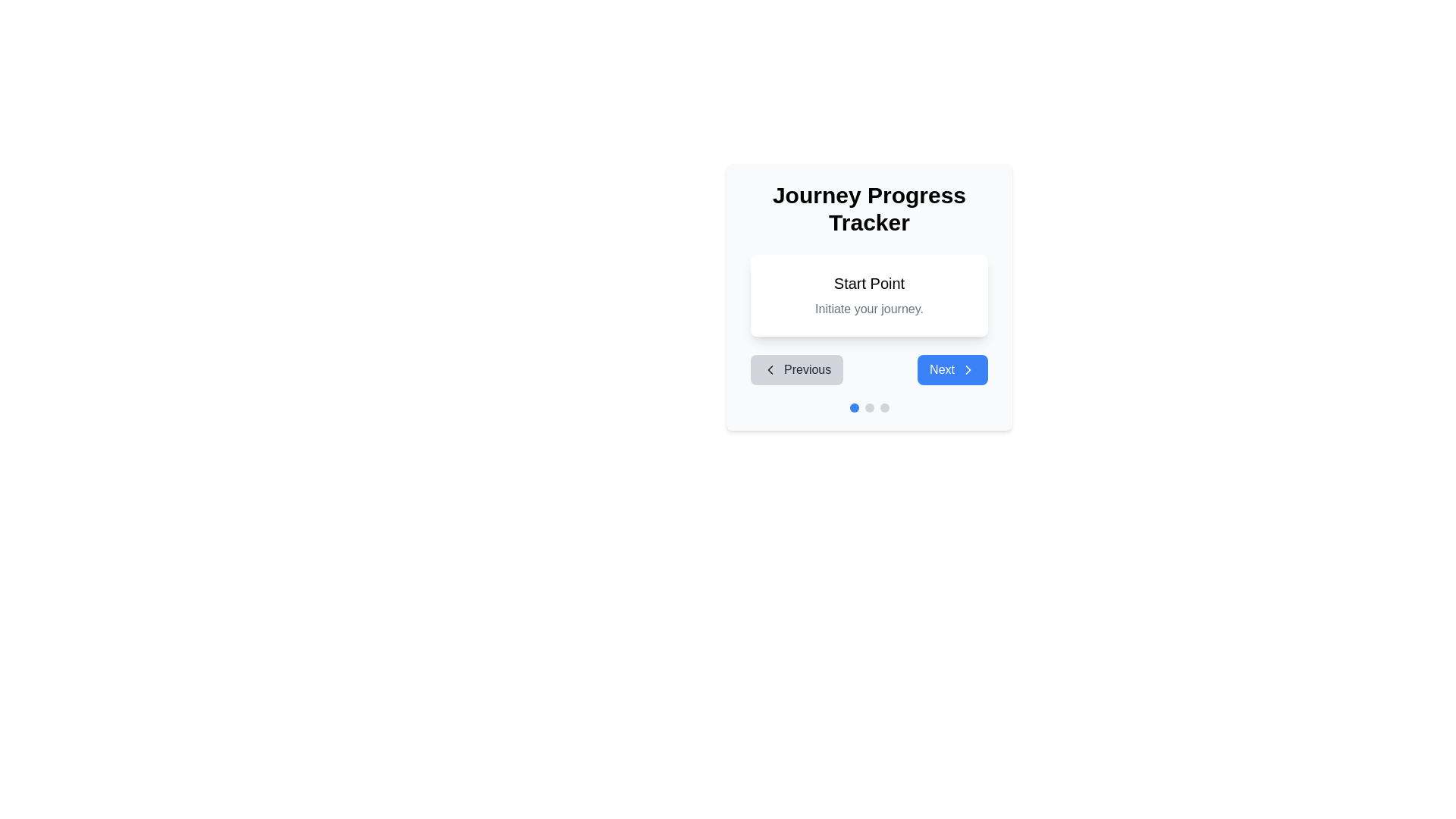 This screenshot has height=819, width=1456. Describe the element at coordinates (869, 297) in the screenshot. I see `the 'Journey Progress Tracker' section` at that location.